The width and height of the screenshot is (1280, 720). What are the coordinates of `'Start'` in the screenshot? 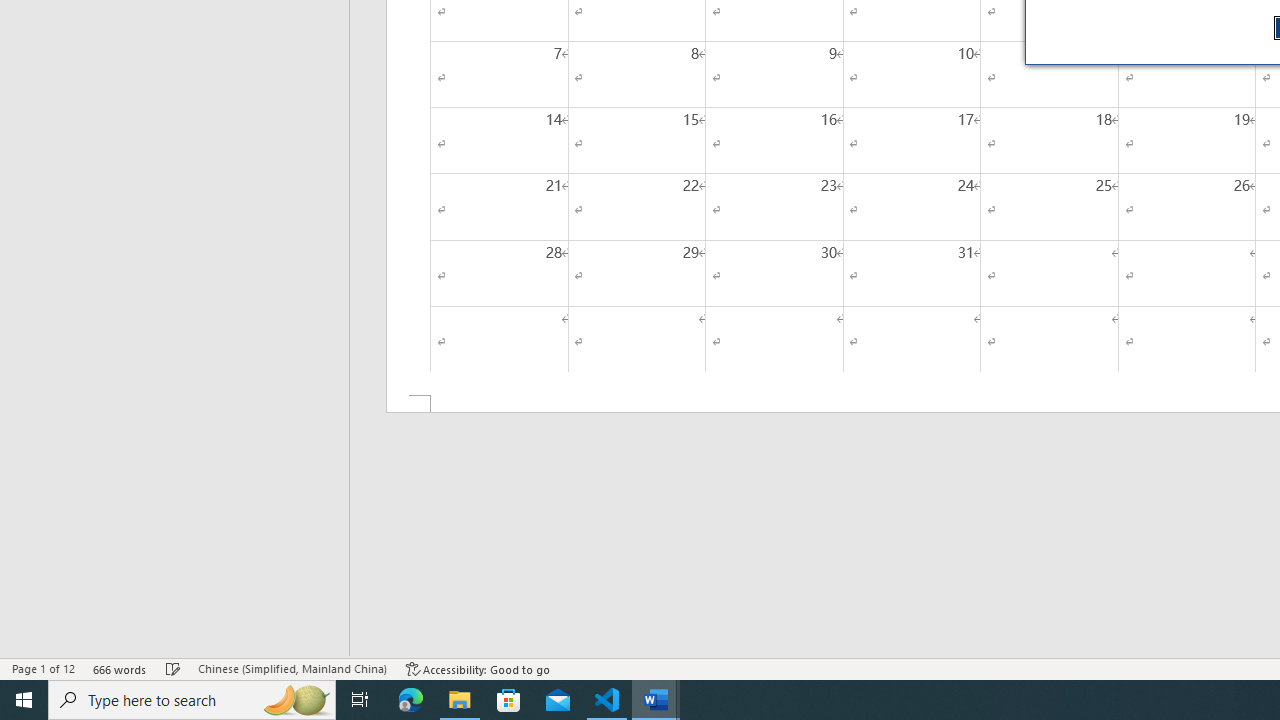 It's located at (24, 698).